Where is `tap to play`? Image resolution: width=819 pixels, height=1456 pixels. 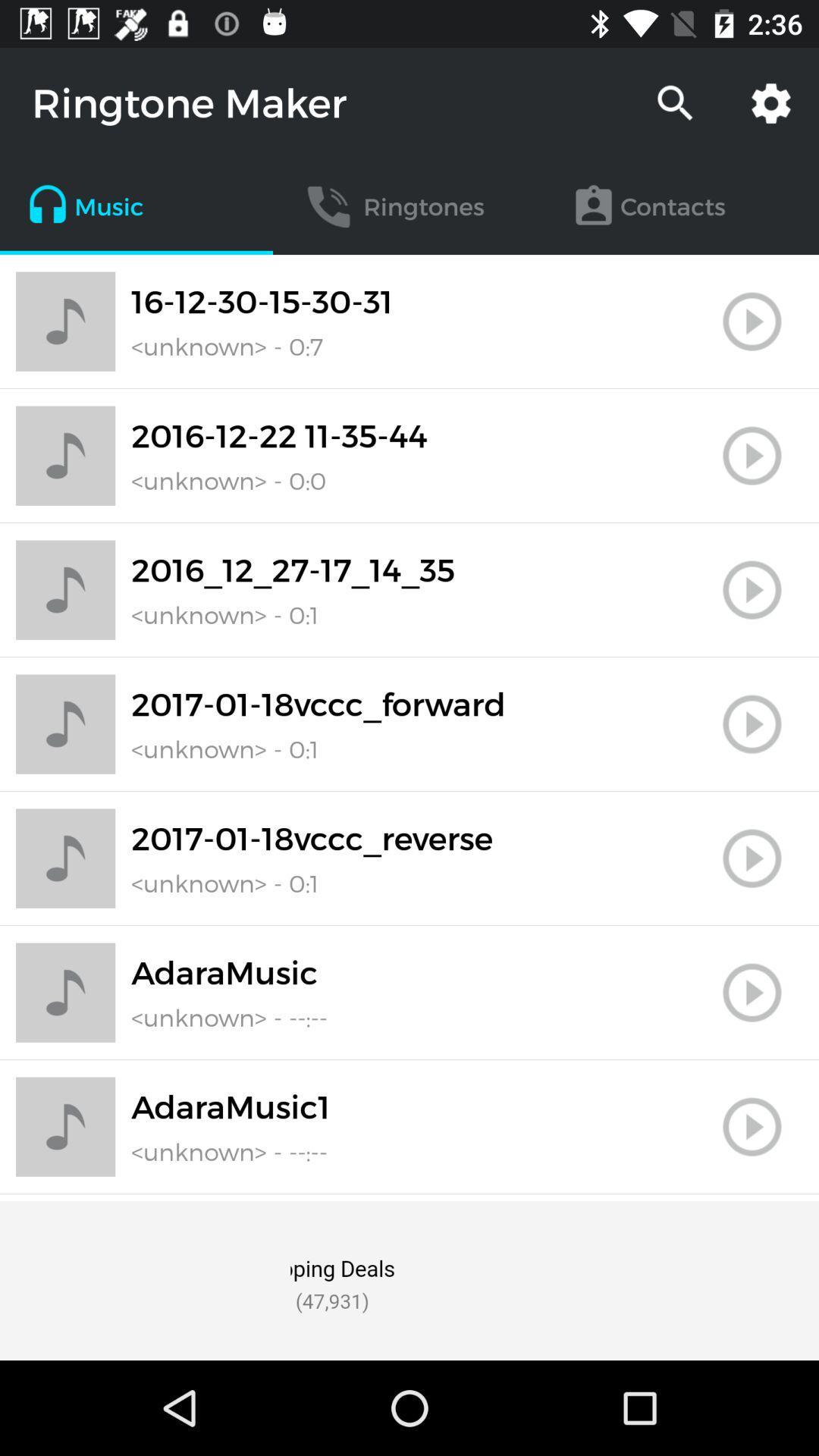 tap to play is located at coordinates (752, 455).